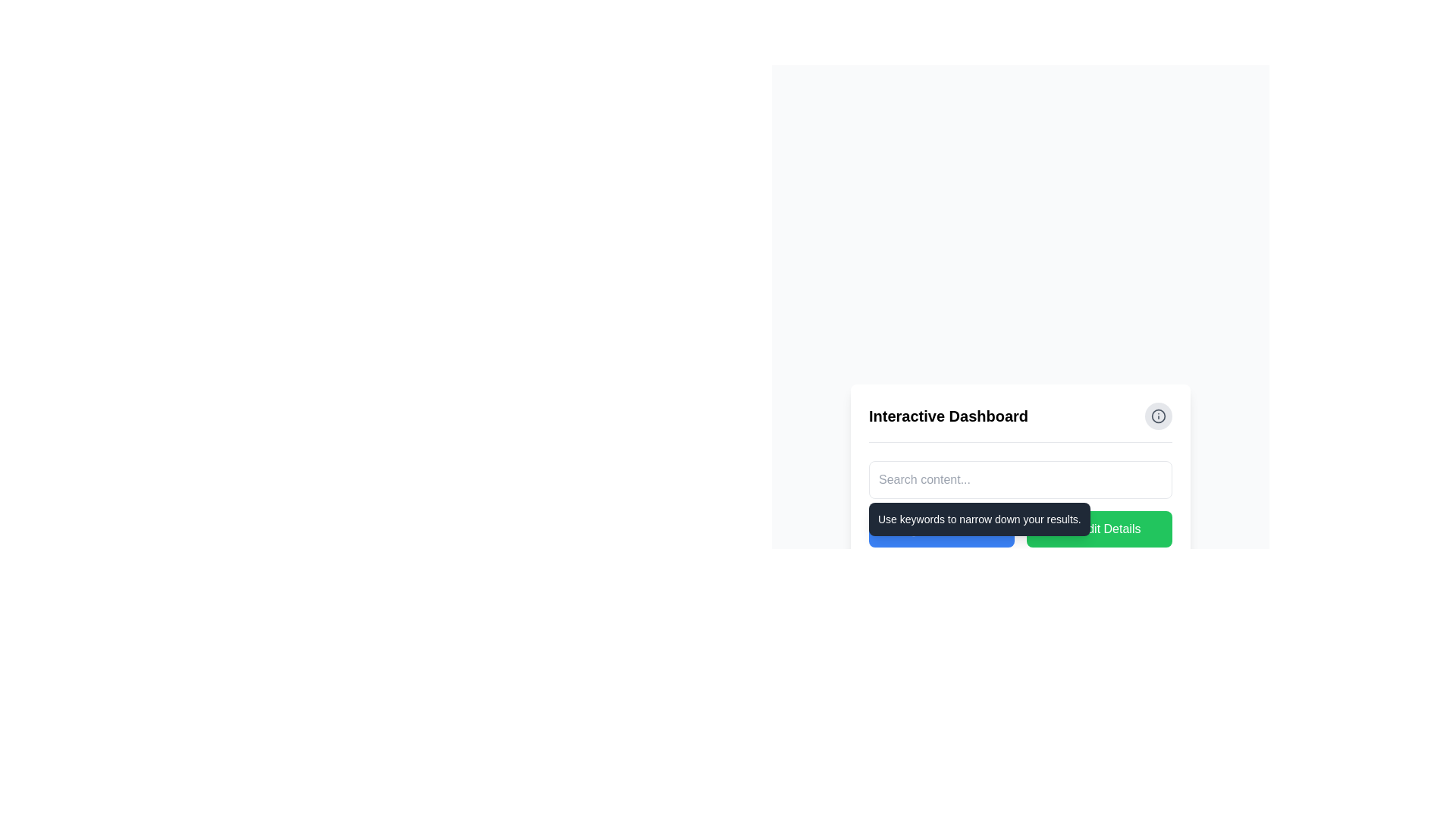 The width and height of the screenshot is (1456, 819). I want to click on the tooltip-style text box containing the message 'Use keywords to narrow down your results.' which is displayed above the 'Add Data' button, so click(1020, 528).